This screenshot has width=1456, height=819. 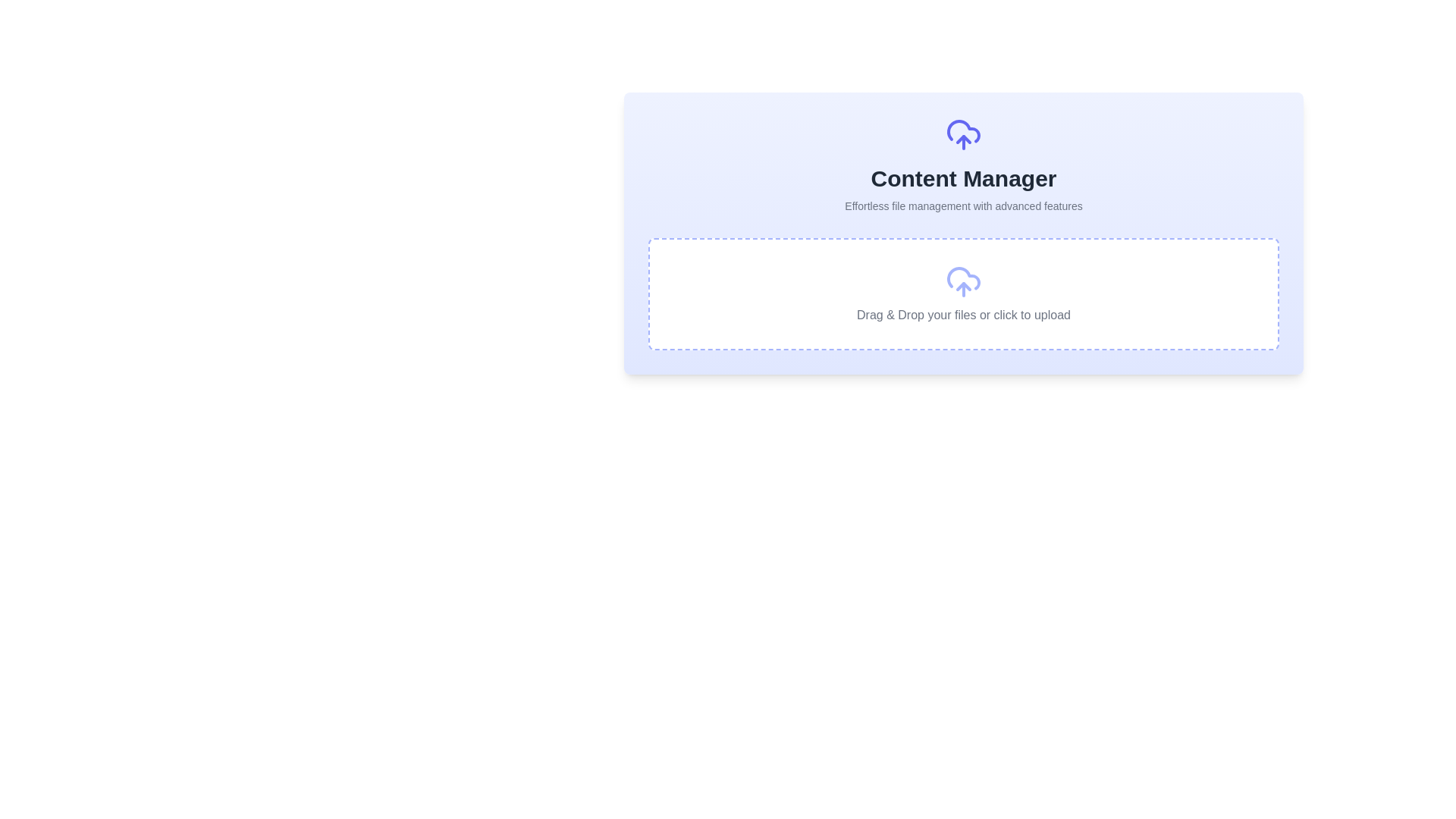 What do you see at coordinates (963, 133) in the screenshot?
I see `the blue cloud icon with an upward arrow` at bounding box center [963, 133].